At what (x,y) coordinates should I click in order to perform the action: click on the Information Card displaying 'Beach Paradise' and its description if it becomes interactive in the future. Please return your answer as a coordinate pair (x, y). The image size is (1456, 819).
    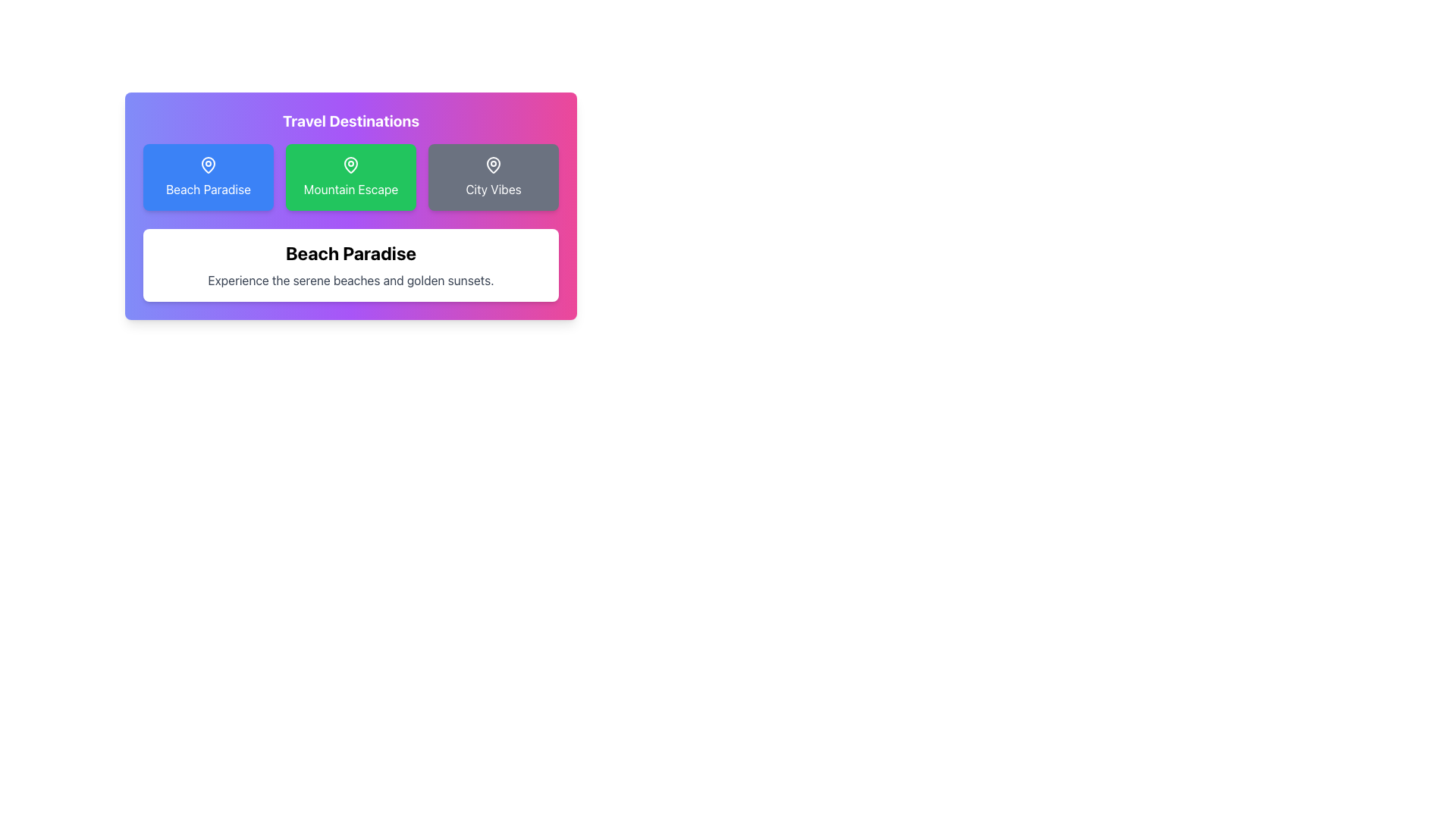
    Looking at the image, I should click on (350, 265).